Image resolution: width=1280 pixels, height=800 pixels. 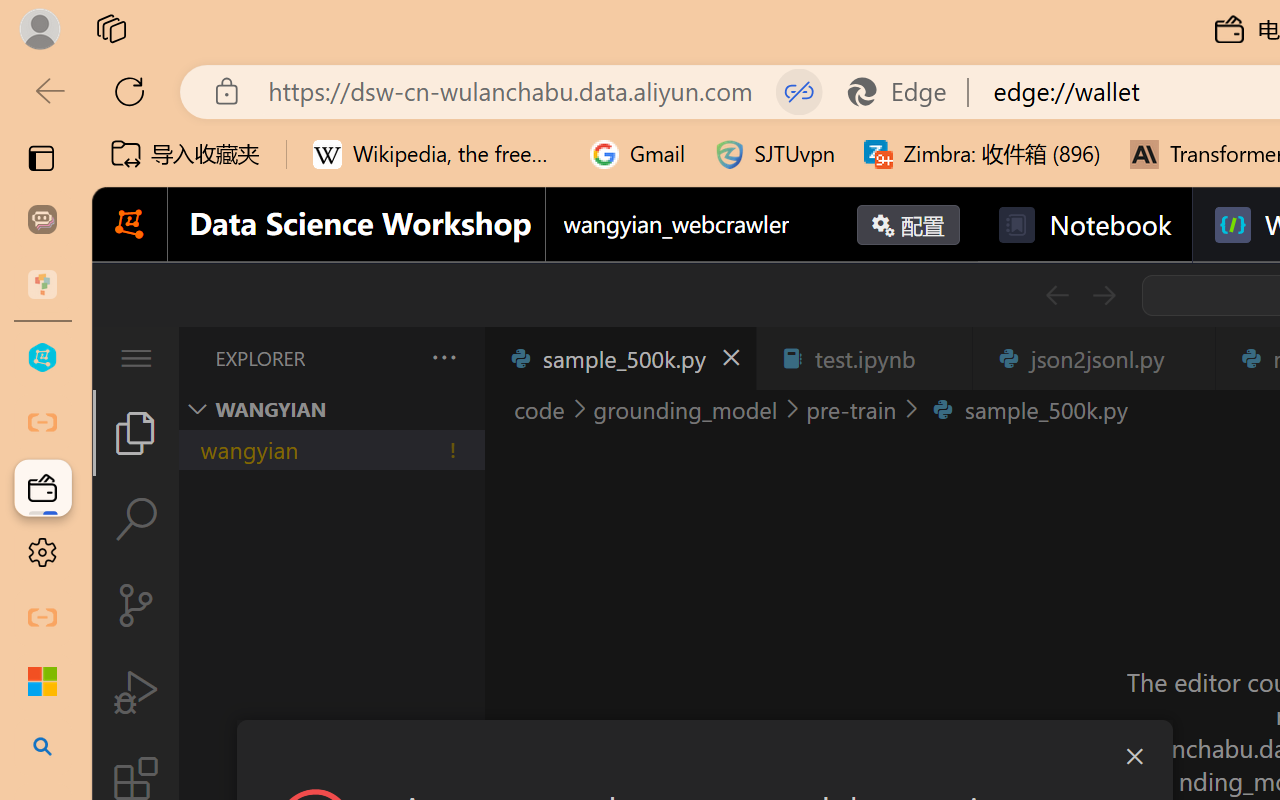 What do you see at coordinates (134, 432) in the screenshot?
I see `'Explorer (Ctrl+Shift+E)'` at bounding box center [134, 432].